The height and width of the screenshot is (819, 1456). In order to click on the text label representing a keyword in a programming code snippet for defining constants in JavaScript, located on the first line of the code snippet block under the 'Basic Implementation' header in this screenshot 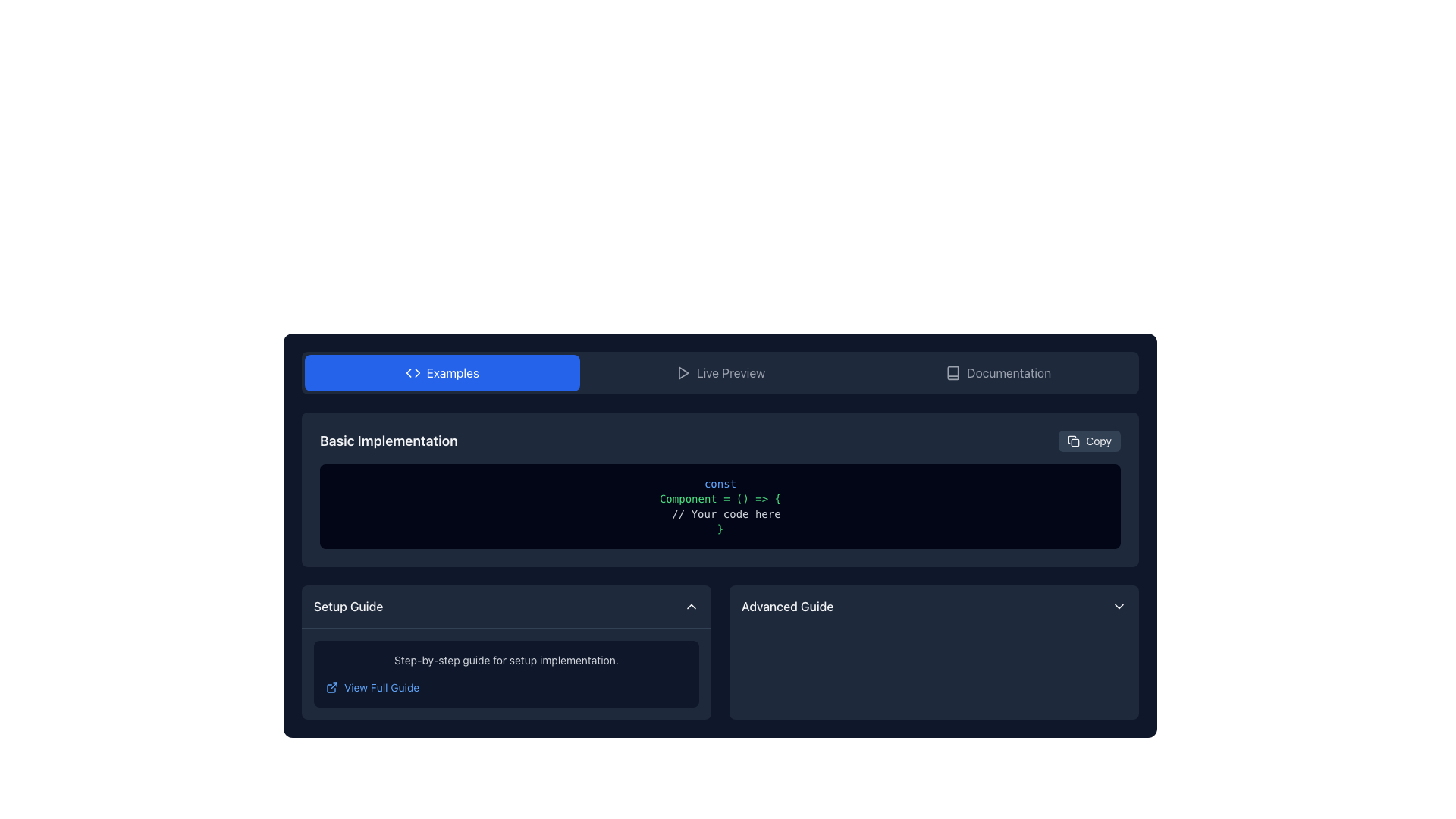, I will do `click(720, 483)`.